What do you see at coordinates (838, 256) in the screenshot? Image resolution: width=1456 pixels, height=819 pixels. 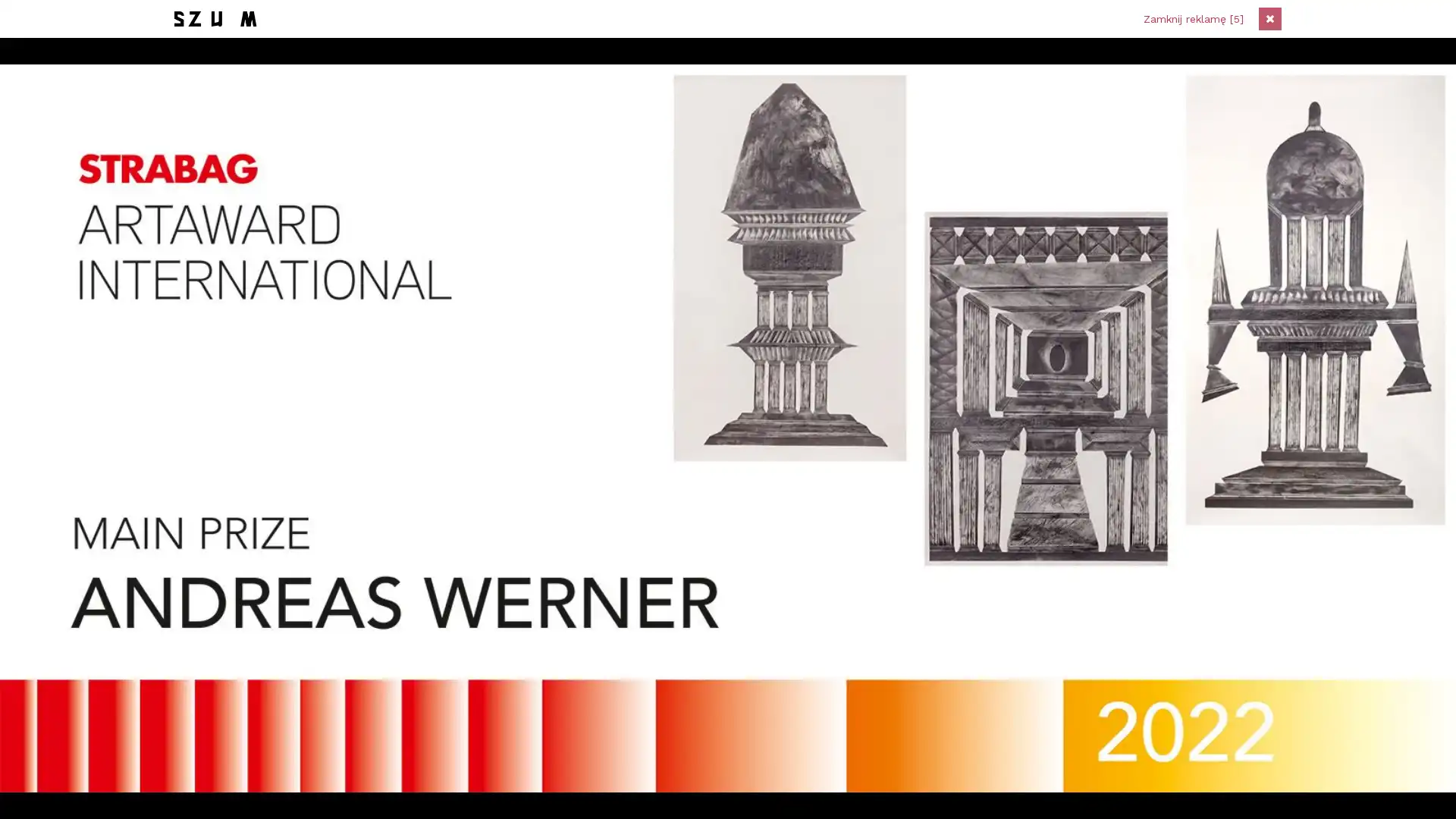 I see `Zapisz sie` at bounding box center [838, 256].